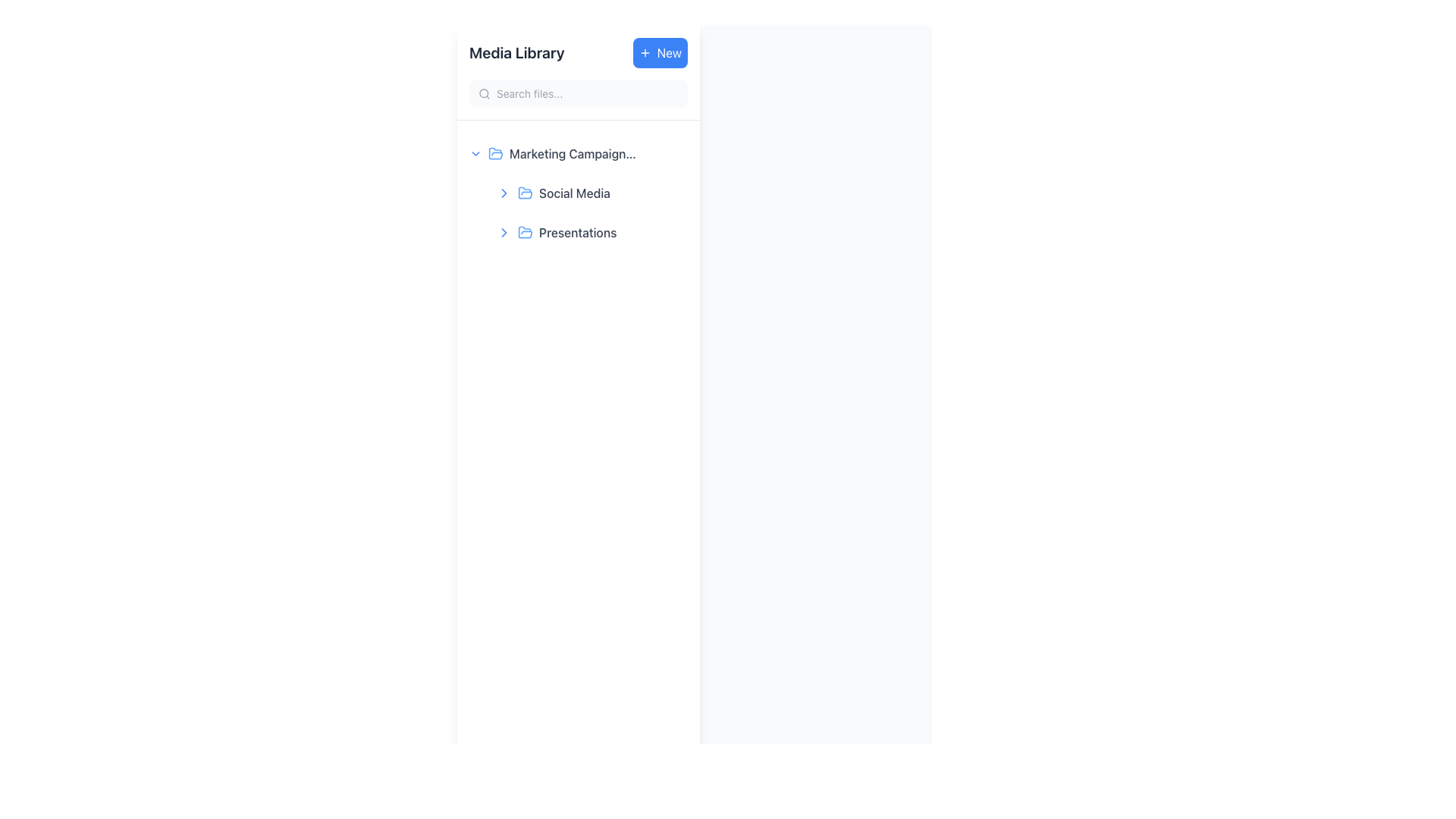 Image resolution: width=1456 pixels, height=819 pixels. Describe the element at coordinates (483, 93) in the screenshot. I see `the magnifying glass icon, which is a gray SVG graphic representing a search function, located to the left of the 'Search files...' text input field` at that location.